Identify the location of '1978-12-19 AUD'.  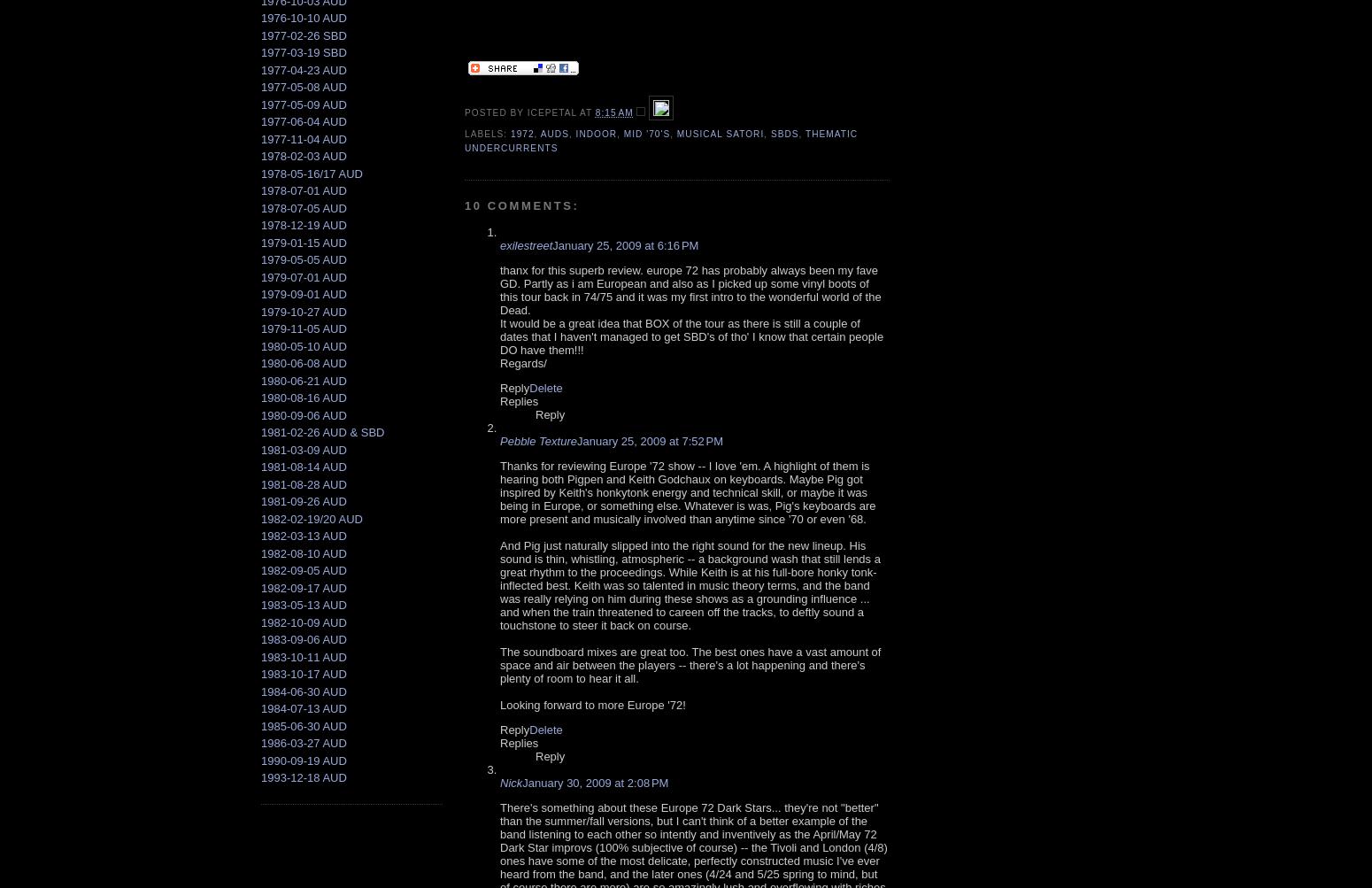
(303, 225).